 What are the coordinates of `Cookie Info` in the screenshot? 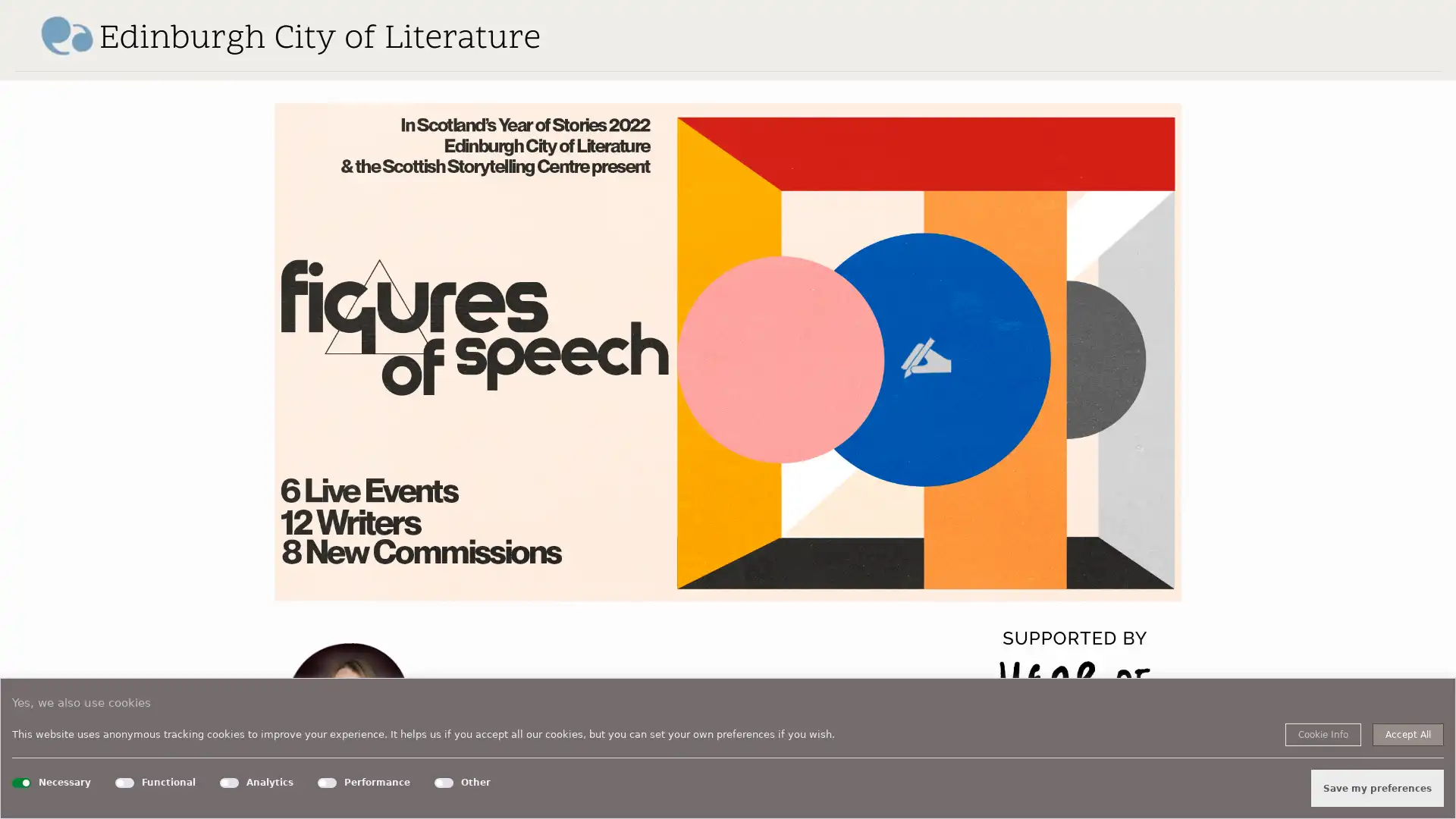 It's located at (1323, 733).